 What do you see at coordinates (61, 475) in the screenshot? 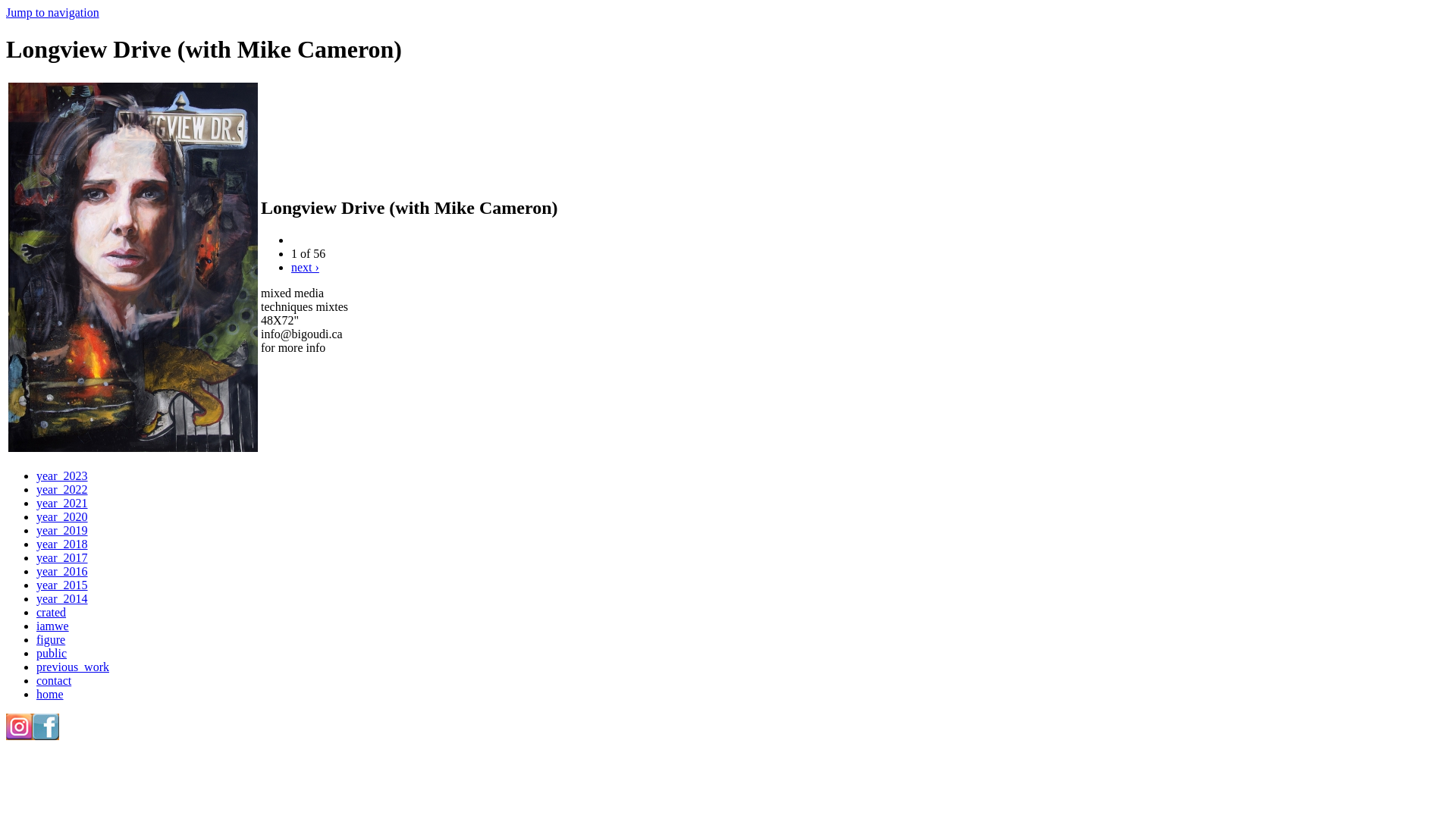
I see `'year_2023'` at bounding box center [61, 475].